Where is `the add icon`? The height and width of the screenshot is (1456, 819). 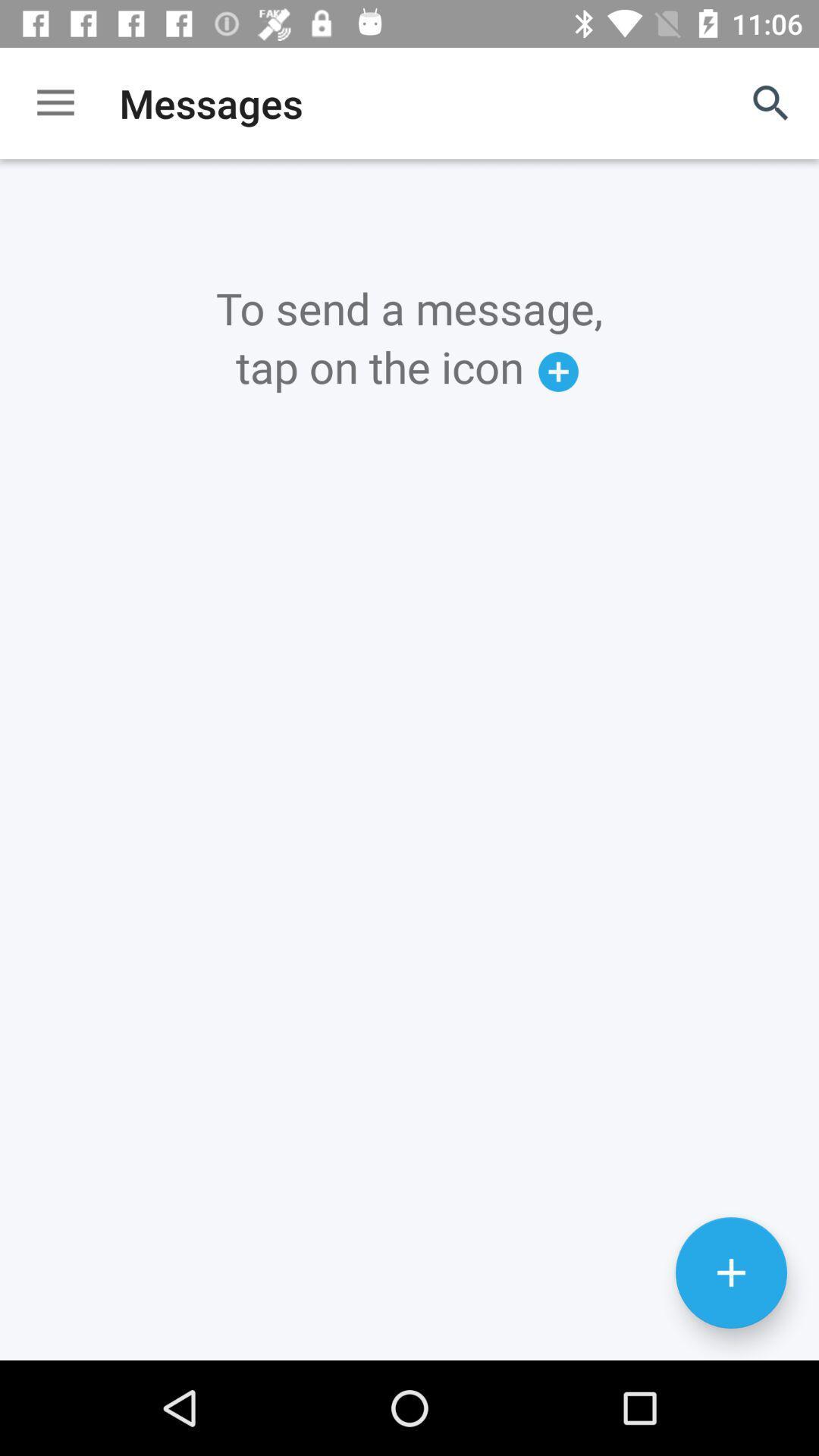
the add icon is located at coordinates (730, 1362).